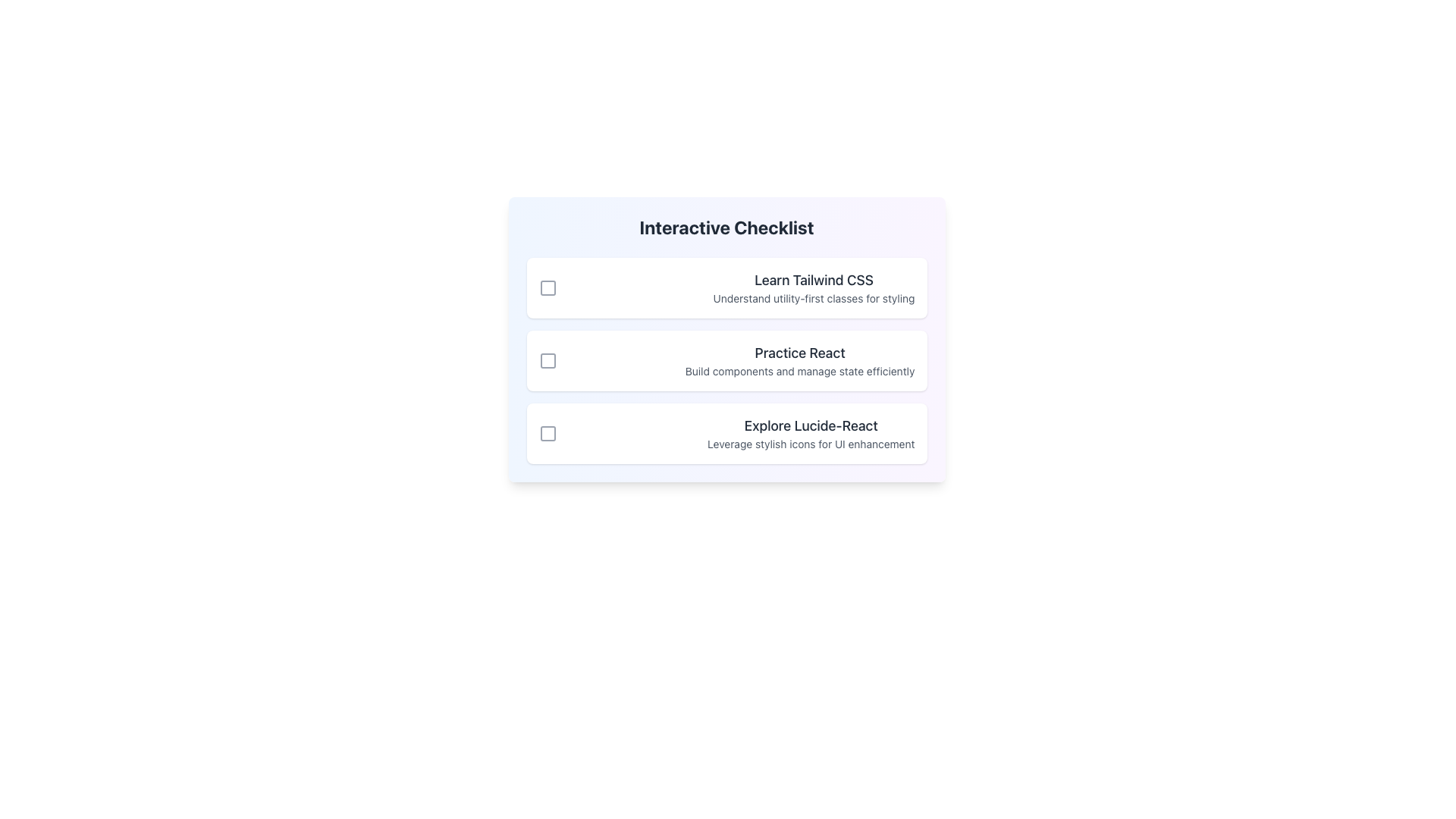 The height and width of the screenshot is (819, 1456). What do you see at coordinates (547, 360) in the screenshot?
I see `the checkbox located to the left of the 'Practice React' text` at bounding box center [547, 360].